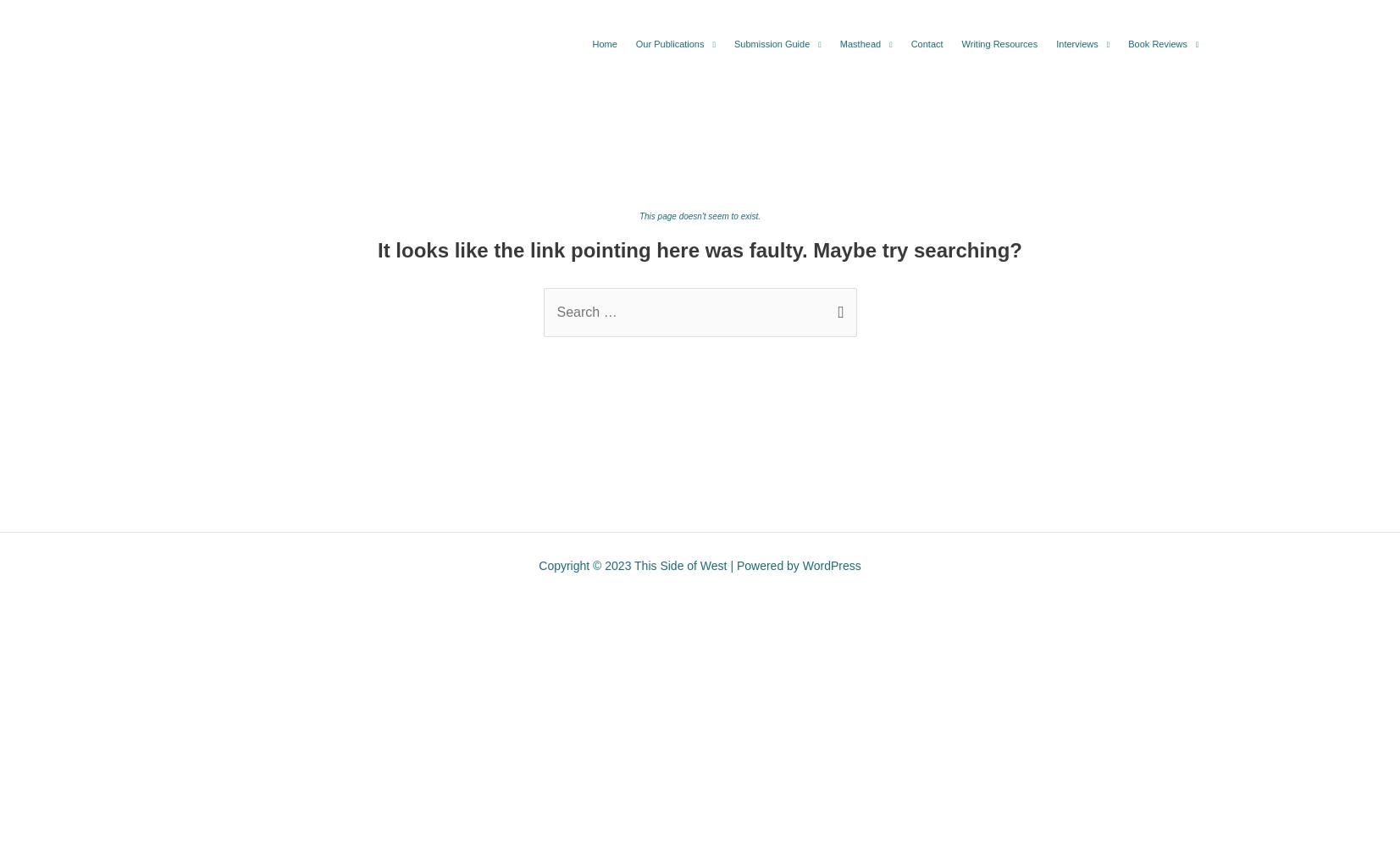 The height and width of the screenshot is (847, 1400). I want to click on 'This page doesn't seem to exist.', so click(699, 216).